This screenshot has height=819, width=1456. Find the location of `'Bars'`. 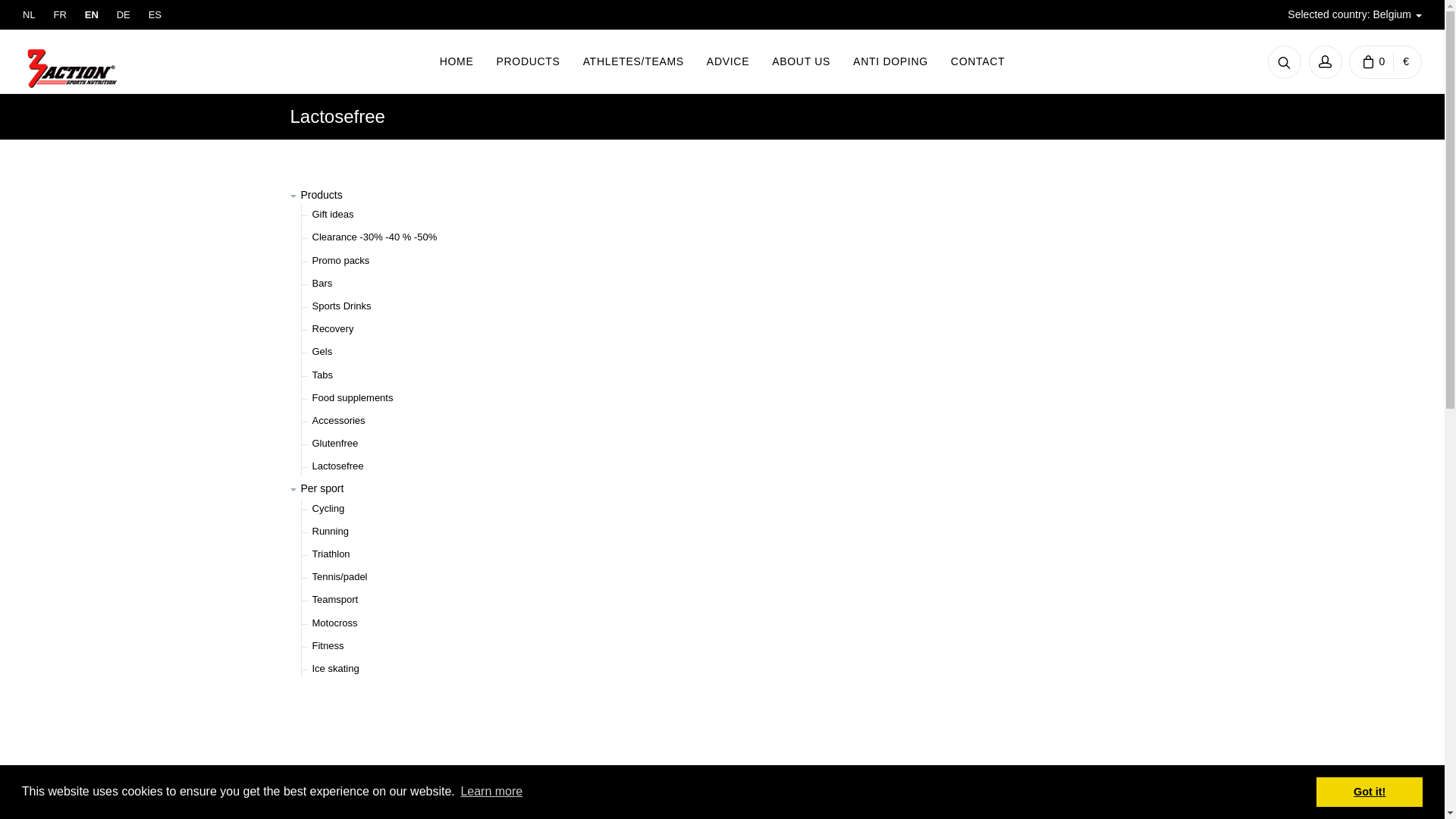

'Bars' is located at coordinates (322, 283).